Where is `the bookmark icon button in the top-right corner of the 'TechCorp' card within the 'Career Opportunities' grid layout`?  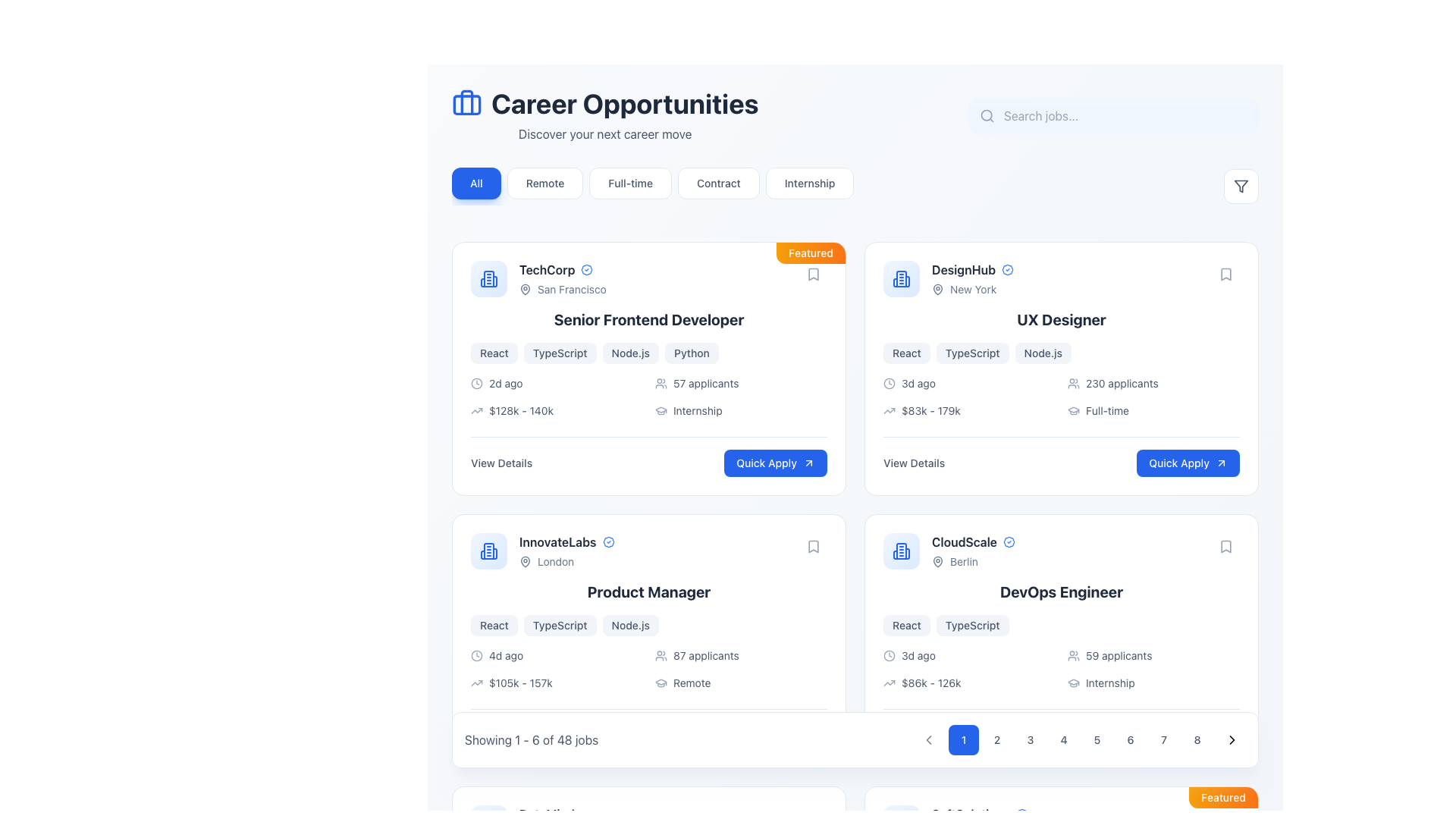
the bookmark icon button in the top-right corner of the 'TechCorp' card within the 'Career Opportunities' grid layout is located at coordinates (813, 275).